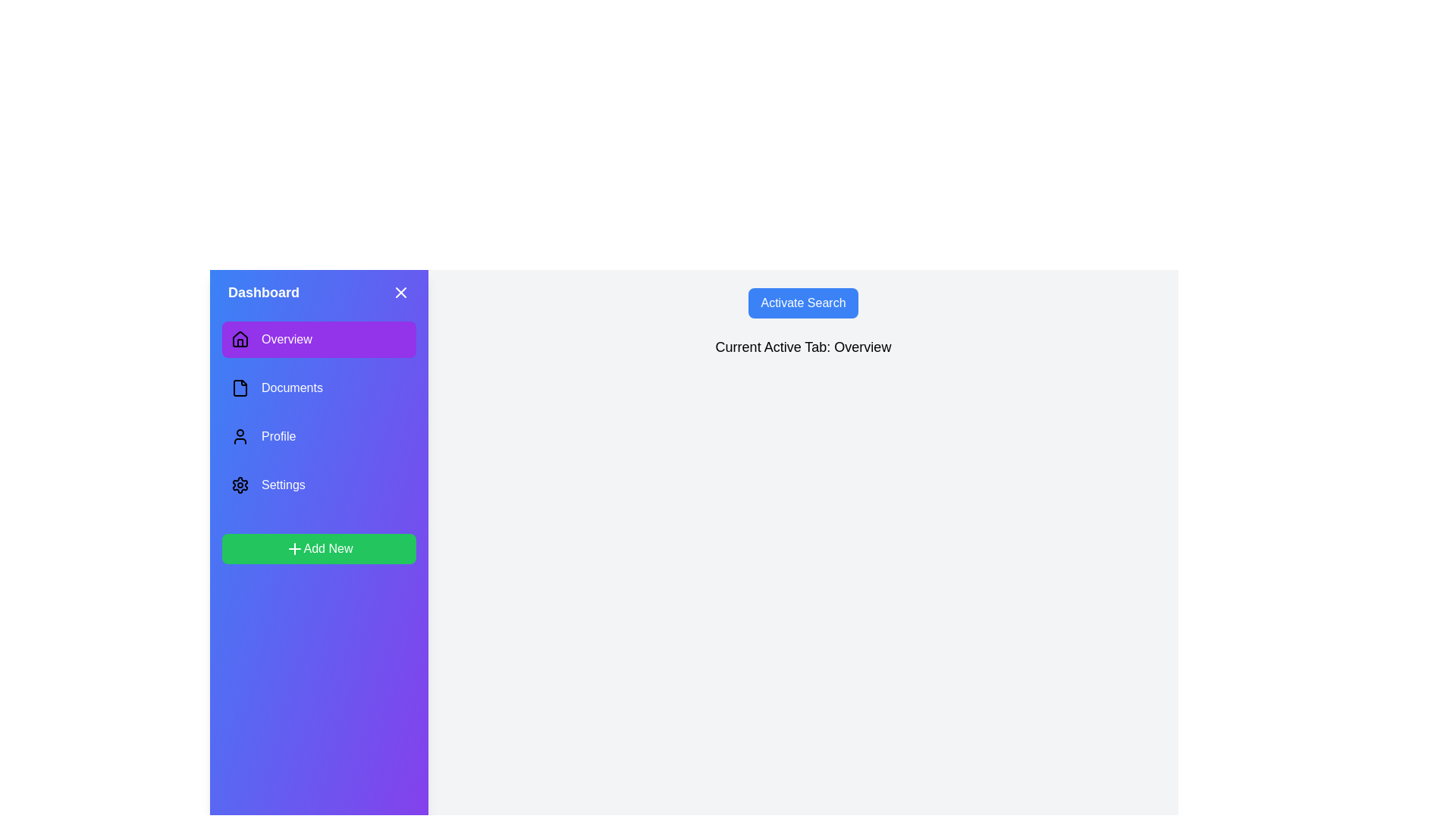 This screenshot has height=819, width=1456. I want to click on the 'Profile' text label located as the third item in the vertical menu list, so click(278, 436).